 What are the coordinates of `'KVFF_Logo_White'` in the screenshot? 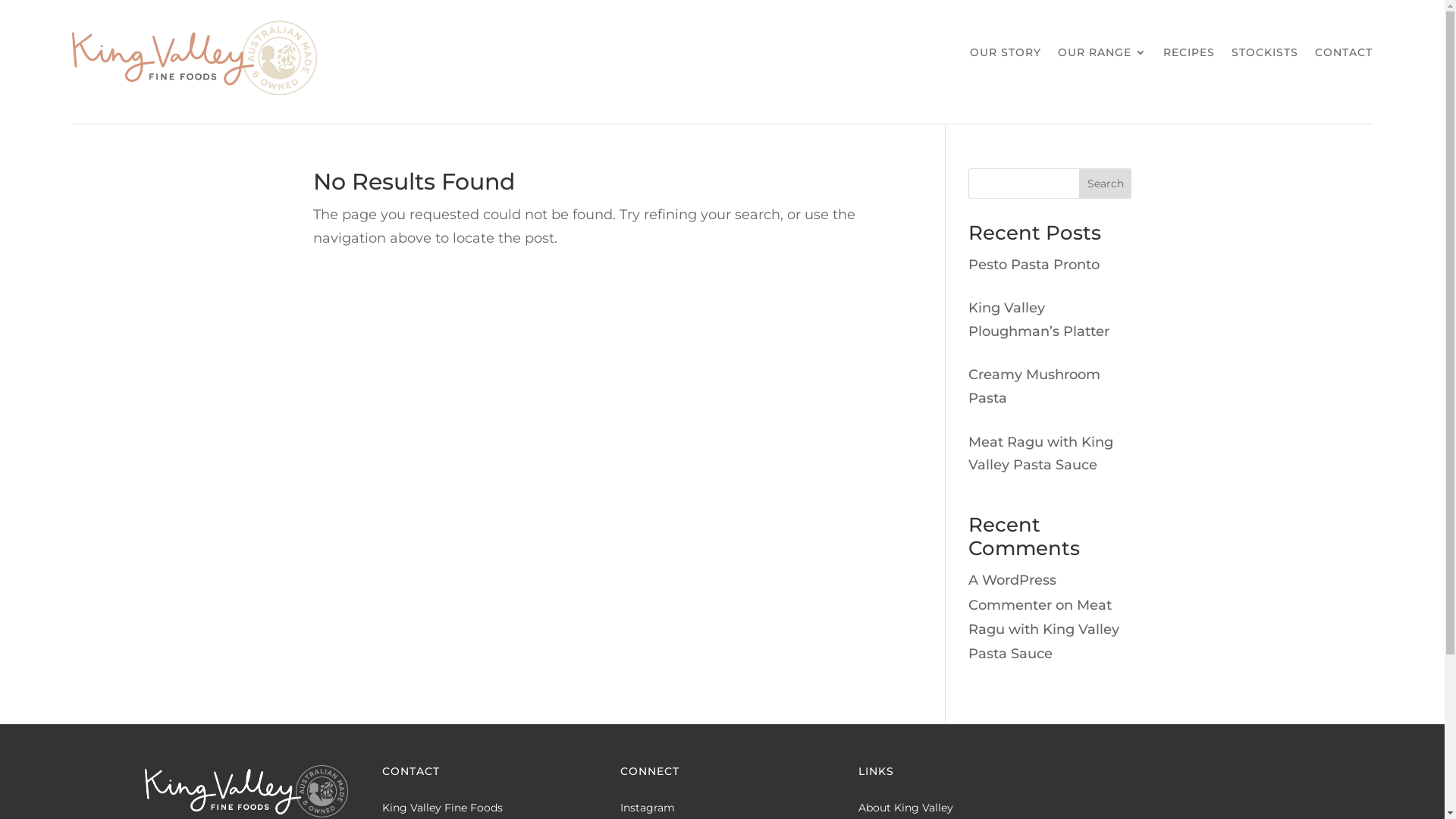 It's located at (246, 790).